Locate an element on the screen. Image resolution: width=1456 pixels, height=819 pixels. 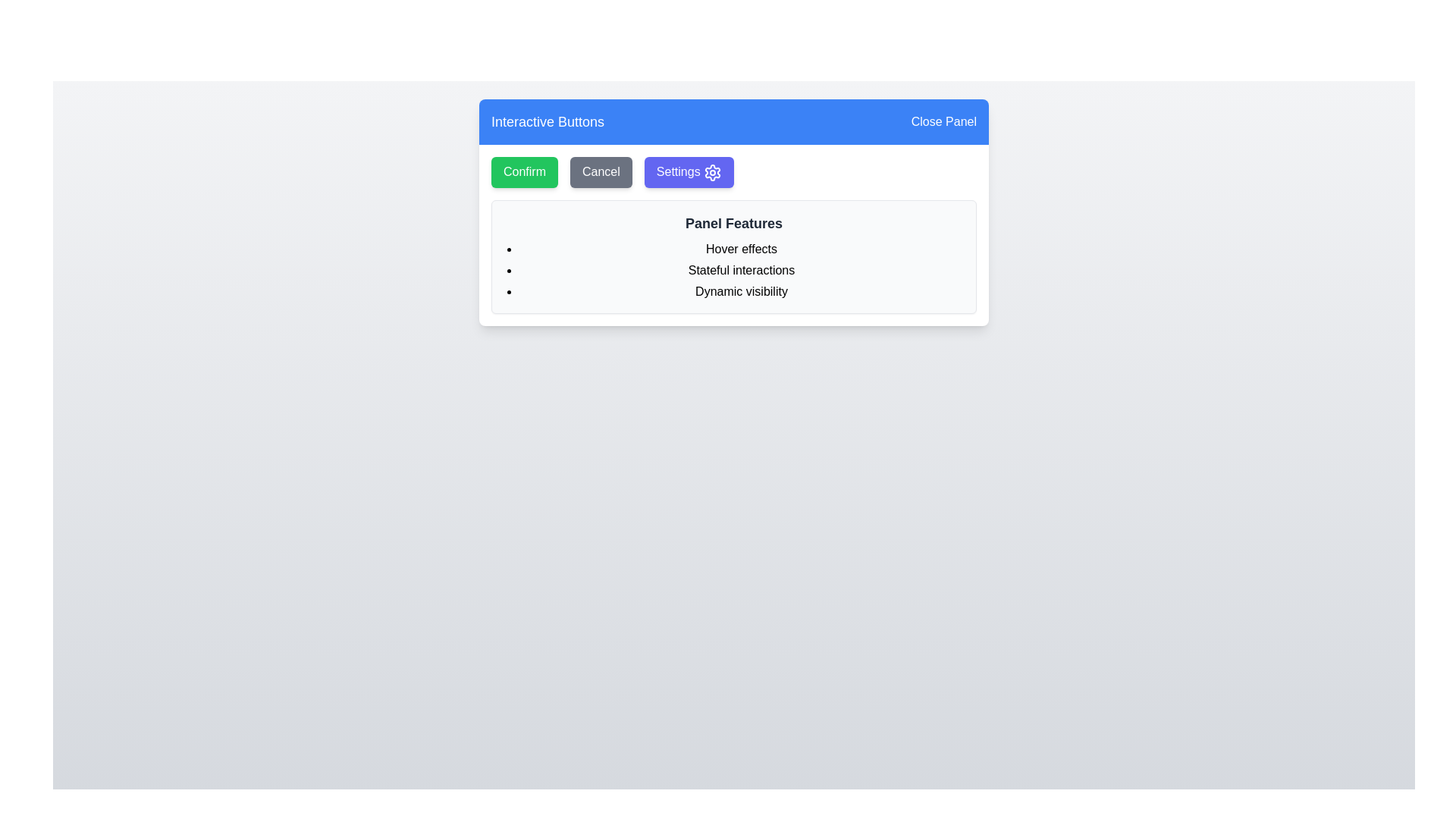
the green rectangular 'Confirm' button with rounded edges at the top of the panel to confirm an action is located at coordinates (524, 171).